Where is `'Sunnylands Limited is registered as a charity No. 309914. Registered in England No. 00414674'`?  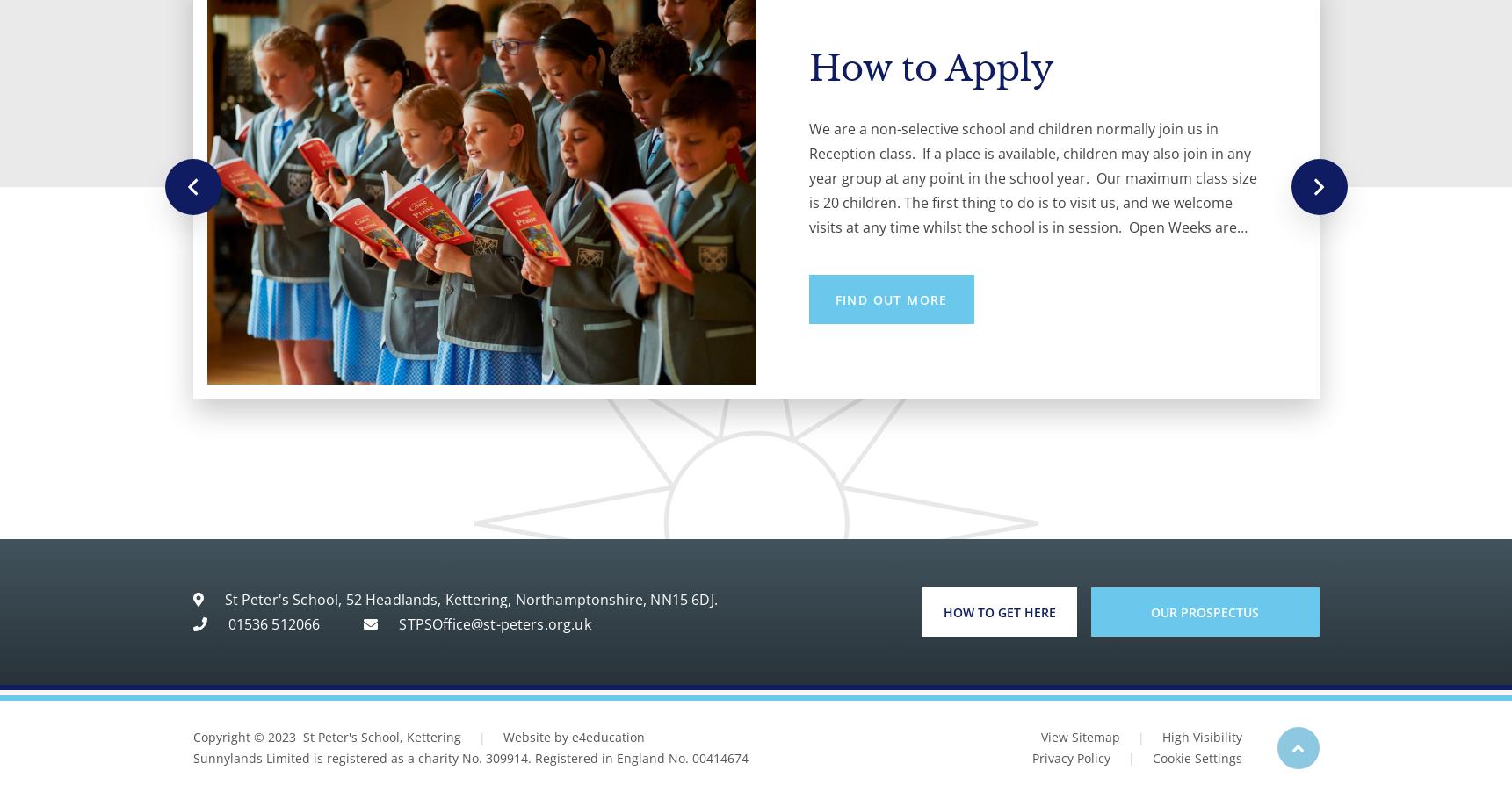
'Sunnylands Limited is registered as a charity No. 309914. Registered in England No. 00414674' is located at coordinates (469, 758).